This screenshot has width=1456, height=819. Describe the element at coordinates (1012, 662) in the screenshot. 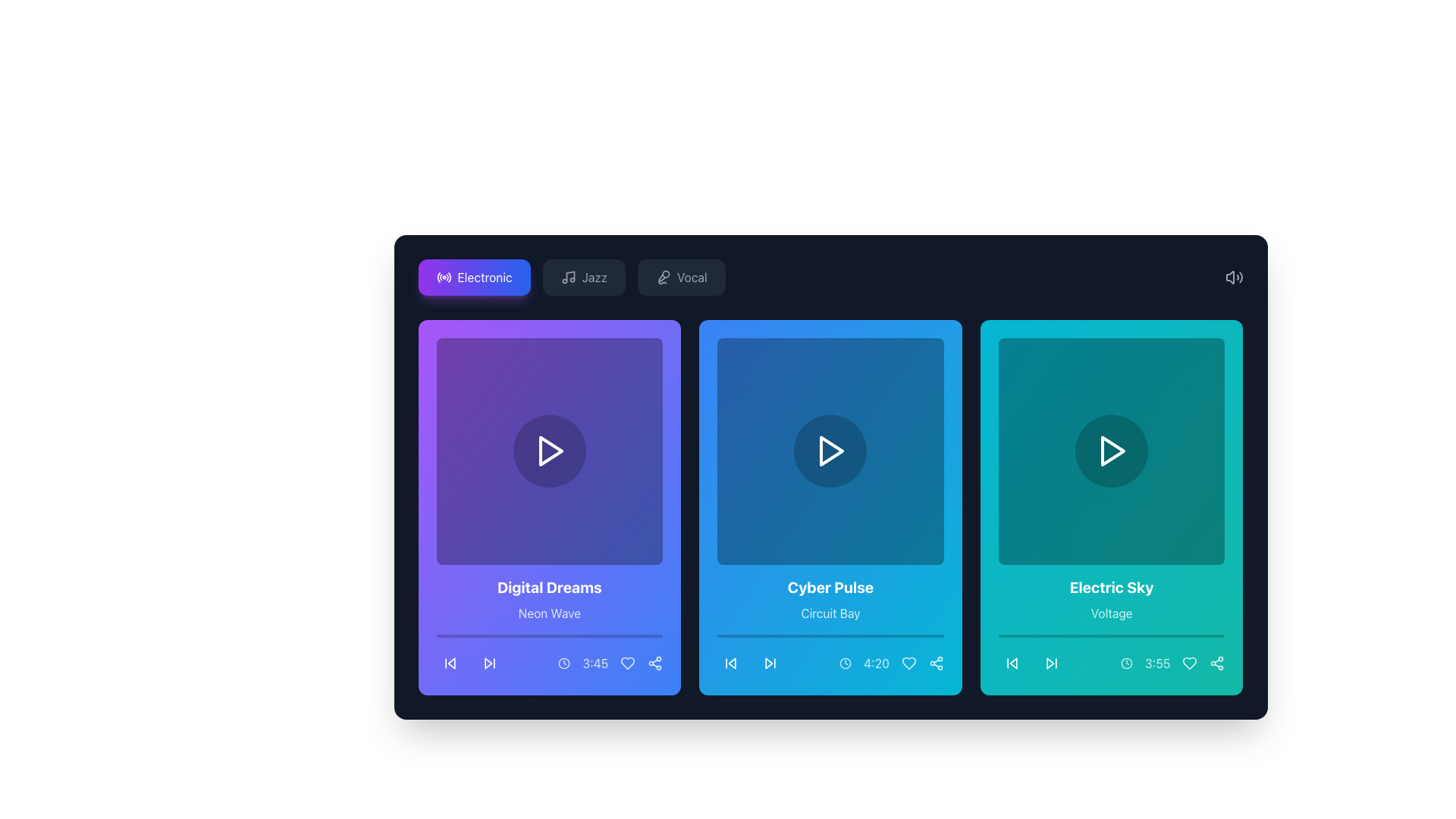

I see `the backward skip button icon, which is a small white triangle pointing left on a teal background` at that location.